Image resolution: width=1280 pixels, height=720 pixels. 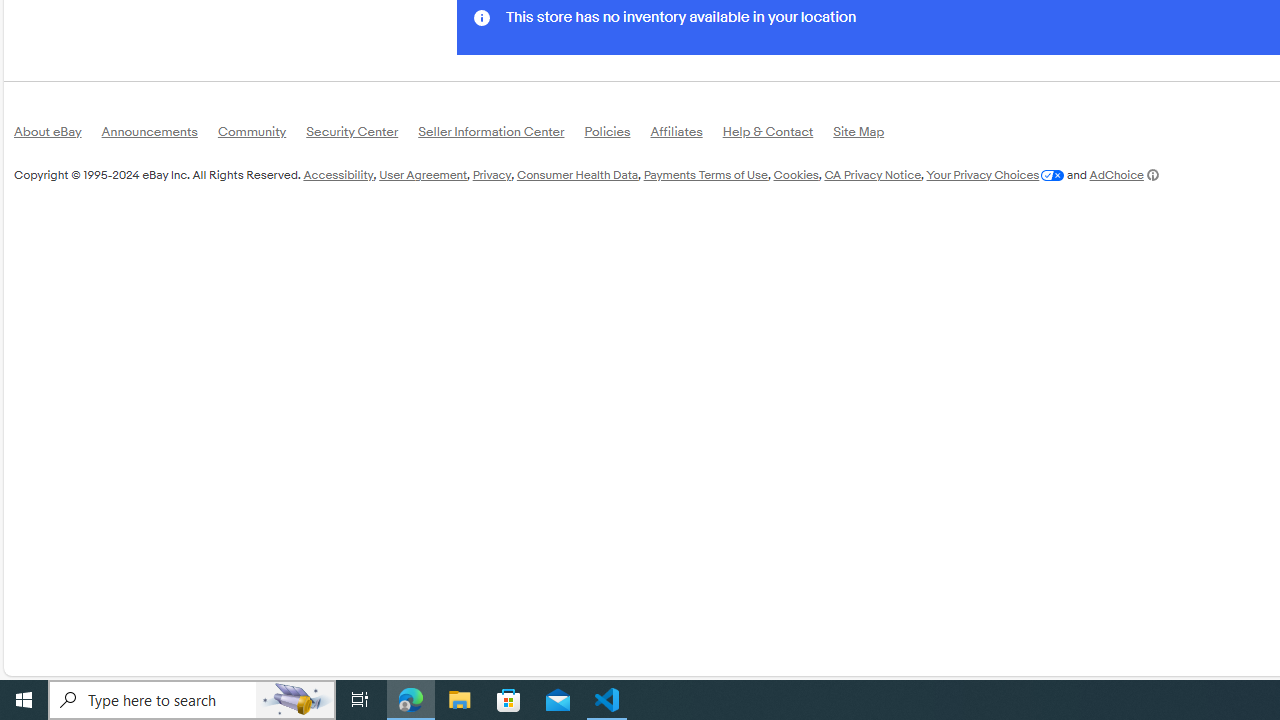 What do you see at coordinates (795, 173) in the screenshot?
I see `'Cookies'` at bounding box center [795, 173].